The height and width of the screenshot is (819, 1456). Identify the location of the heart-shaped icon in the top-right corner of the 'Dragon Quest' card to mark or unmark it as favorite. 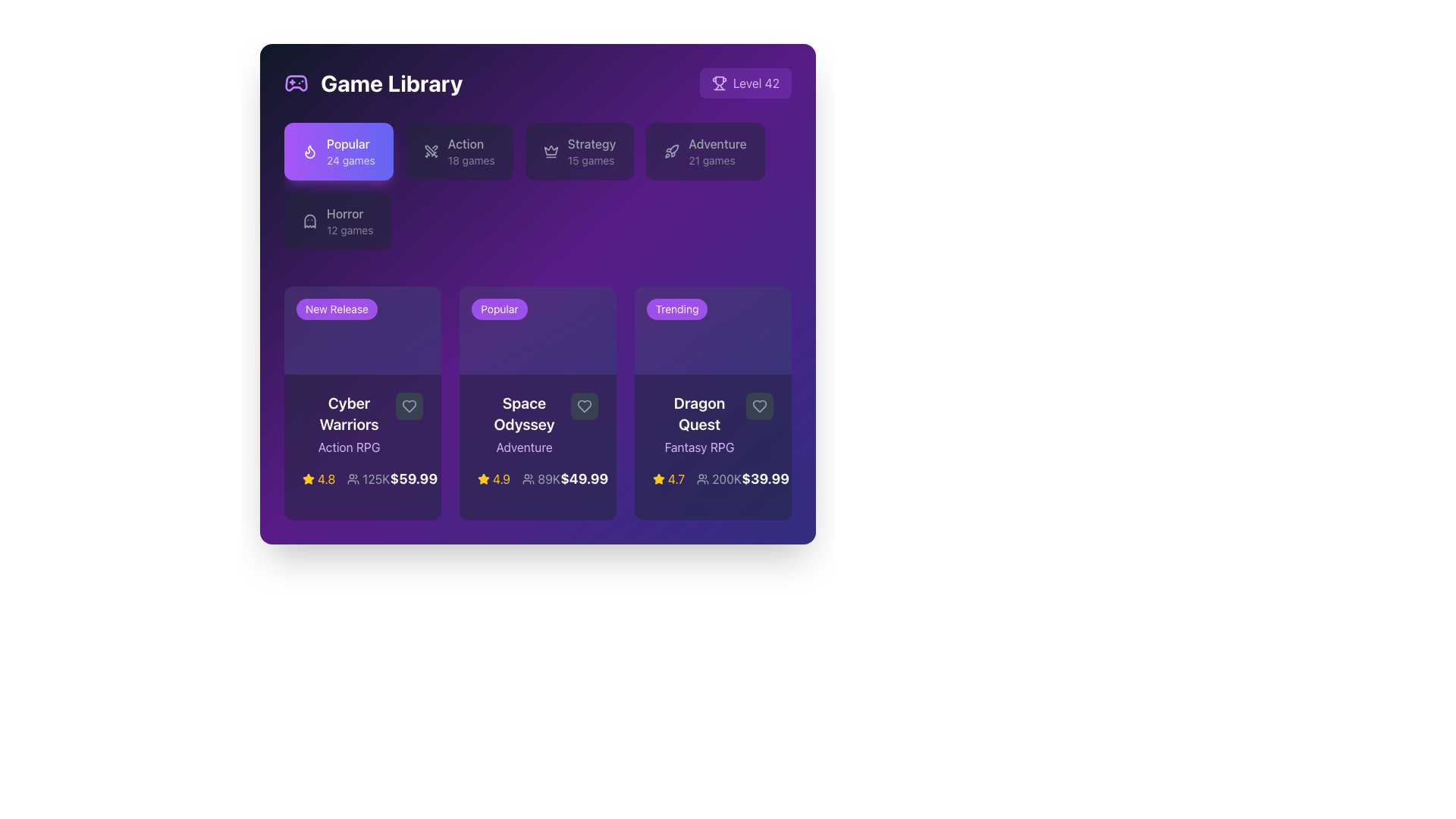
(760, 406).